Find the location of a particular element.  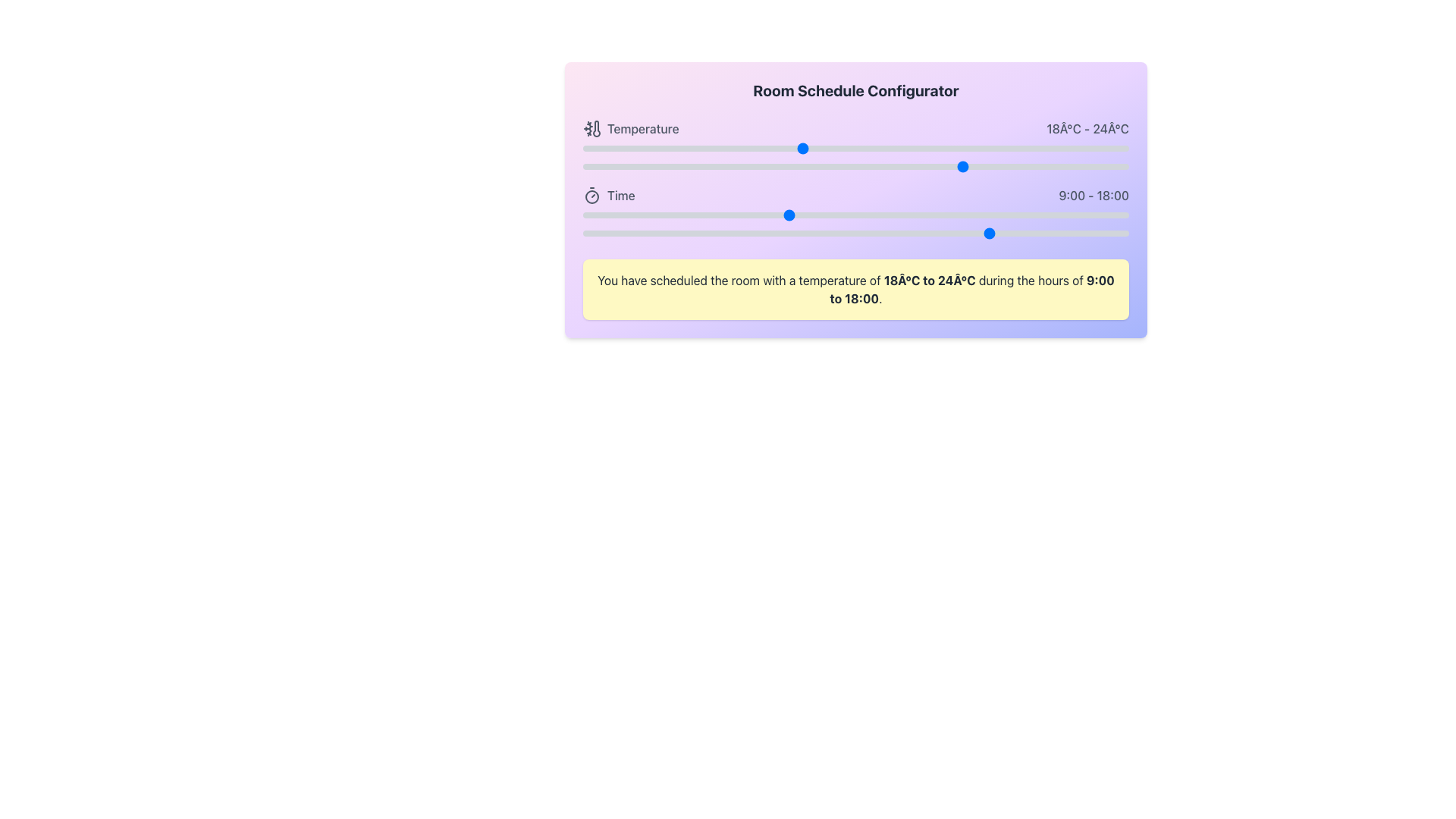

the circular body of the timer icon located to the left of the 'Time' label within the configuration interface is located at coordinates (591, 196).